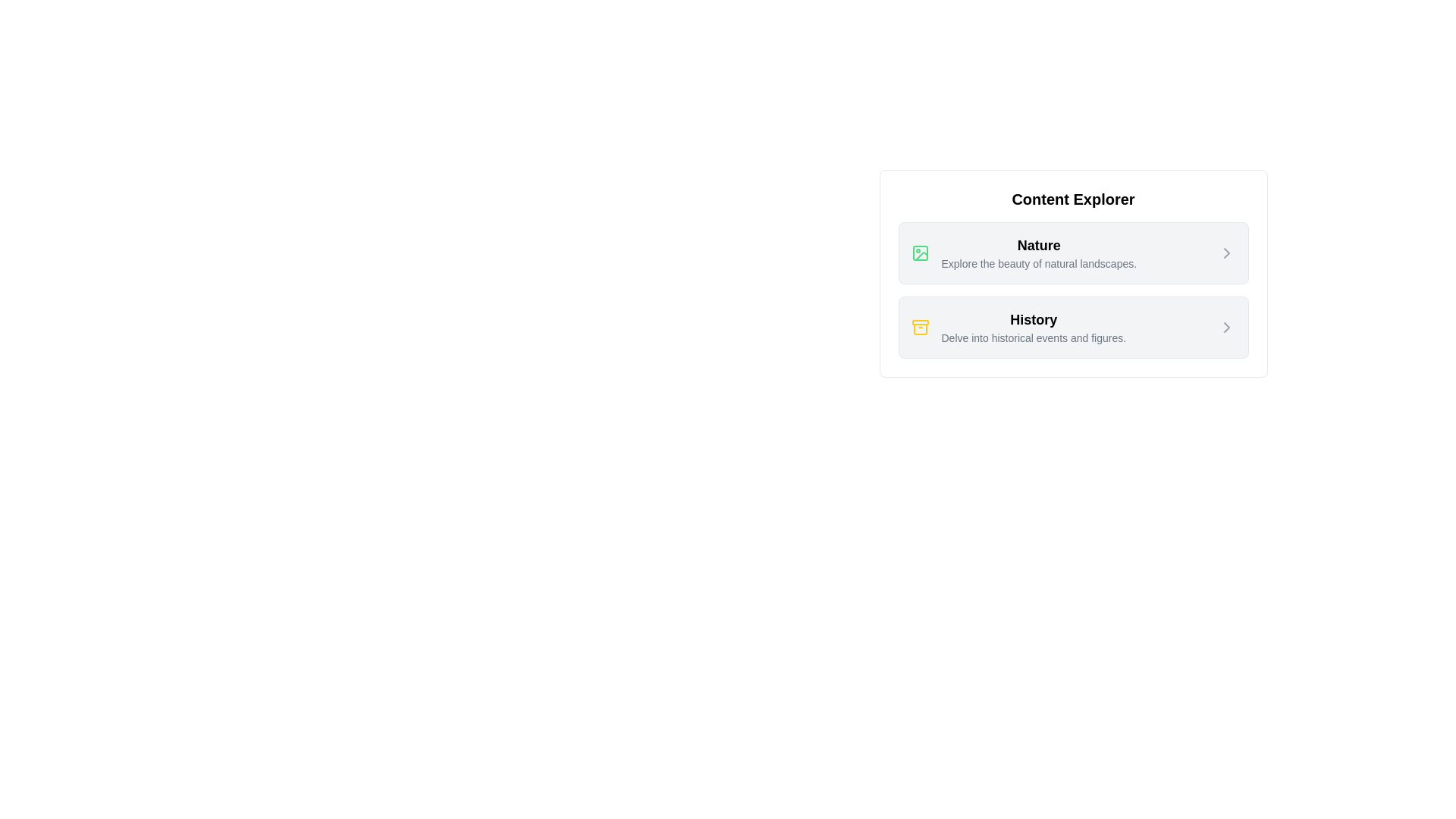  I want to click on the text label that serves as a title or heading for a section related to historical topics, located below the 'Nature' item in the menu, so click(1033, 318).